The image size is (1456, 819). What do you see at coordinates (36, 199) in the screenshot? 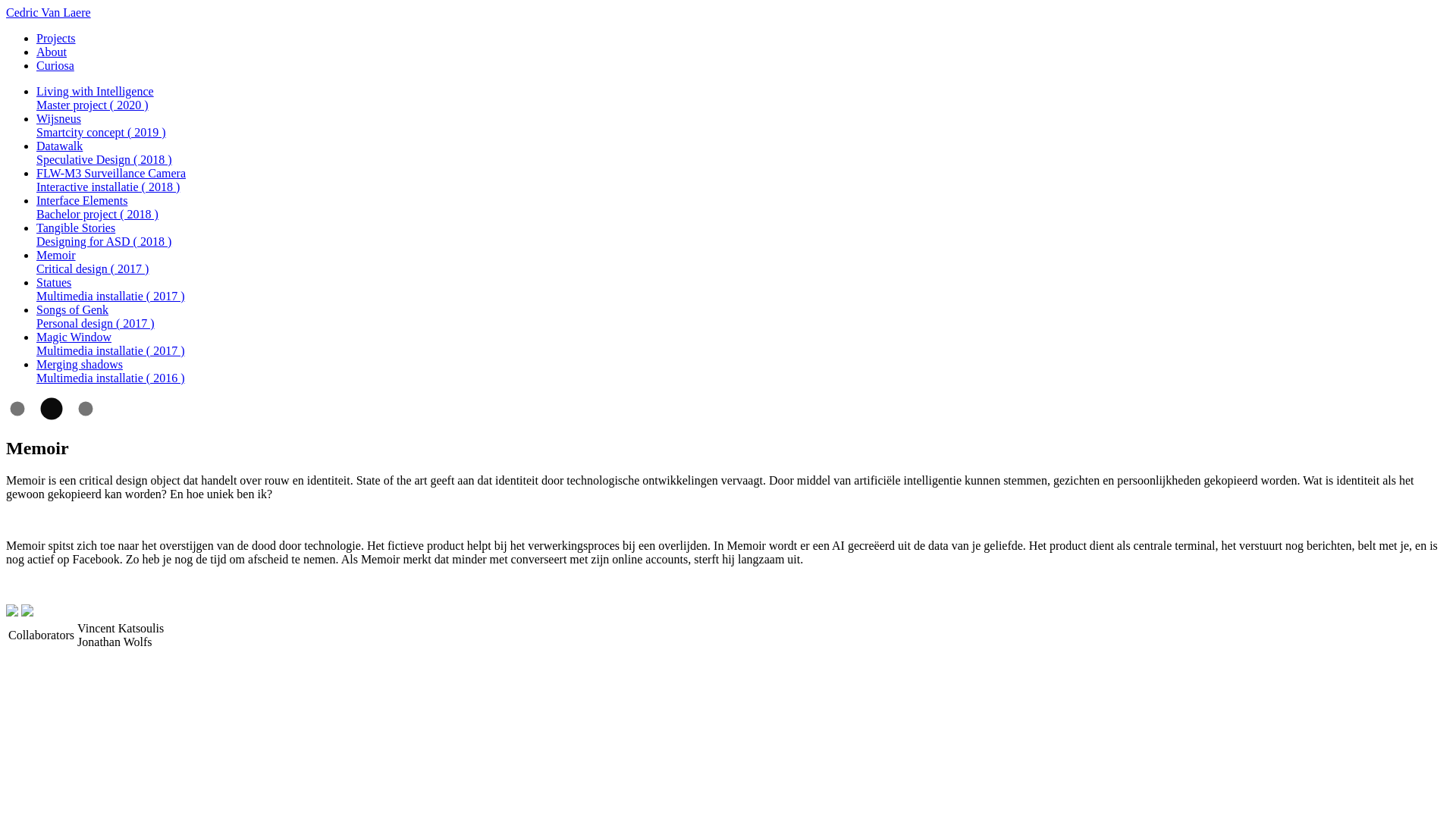
I see `'Interface Elements'` at bounding box center [36, 199].